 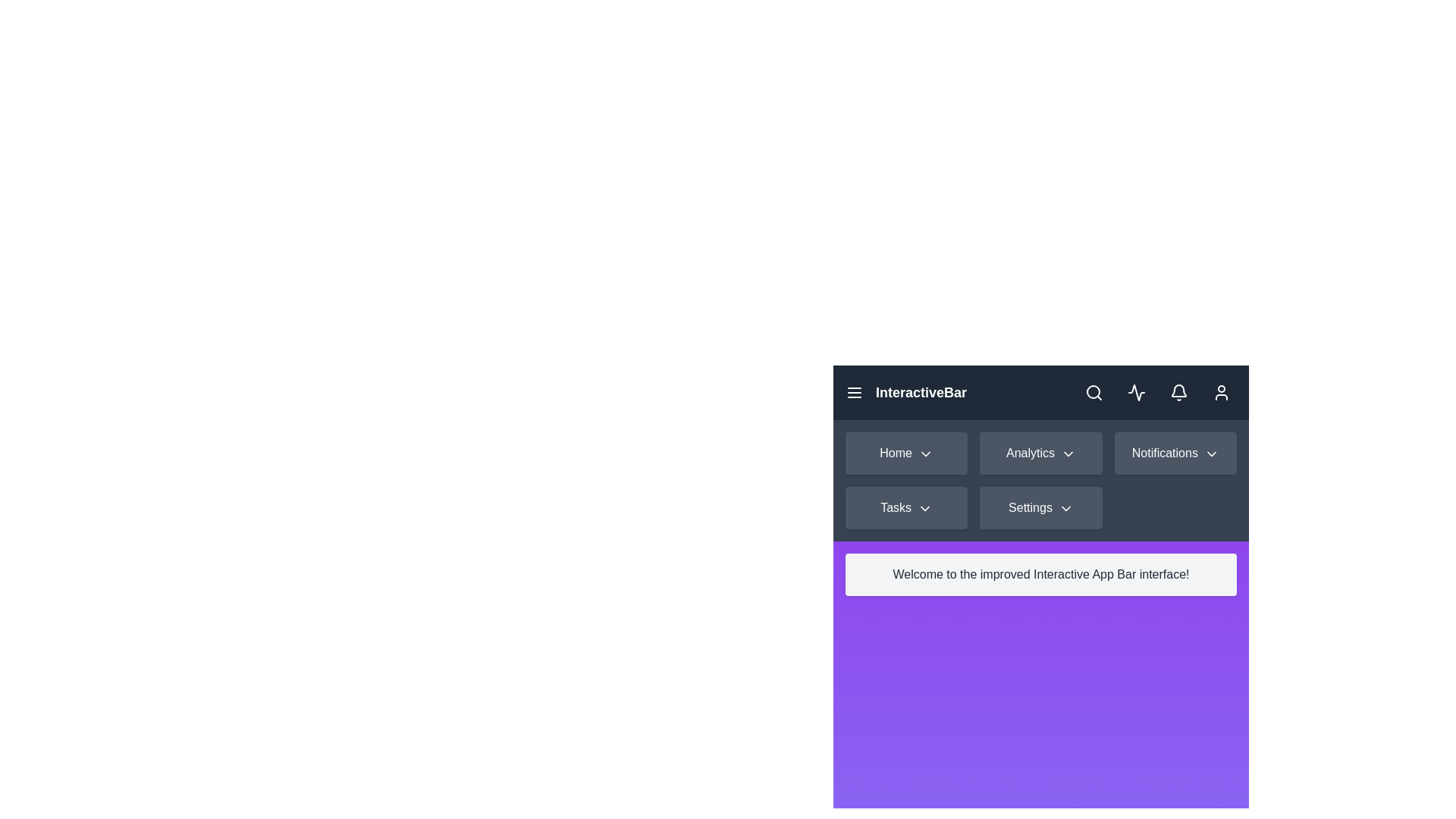 I want to click on the menu button to toggle the menu visibility, so click(x=855, y=391).